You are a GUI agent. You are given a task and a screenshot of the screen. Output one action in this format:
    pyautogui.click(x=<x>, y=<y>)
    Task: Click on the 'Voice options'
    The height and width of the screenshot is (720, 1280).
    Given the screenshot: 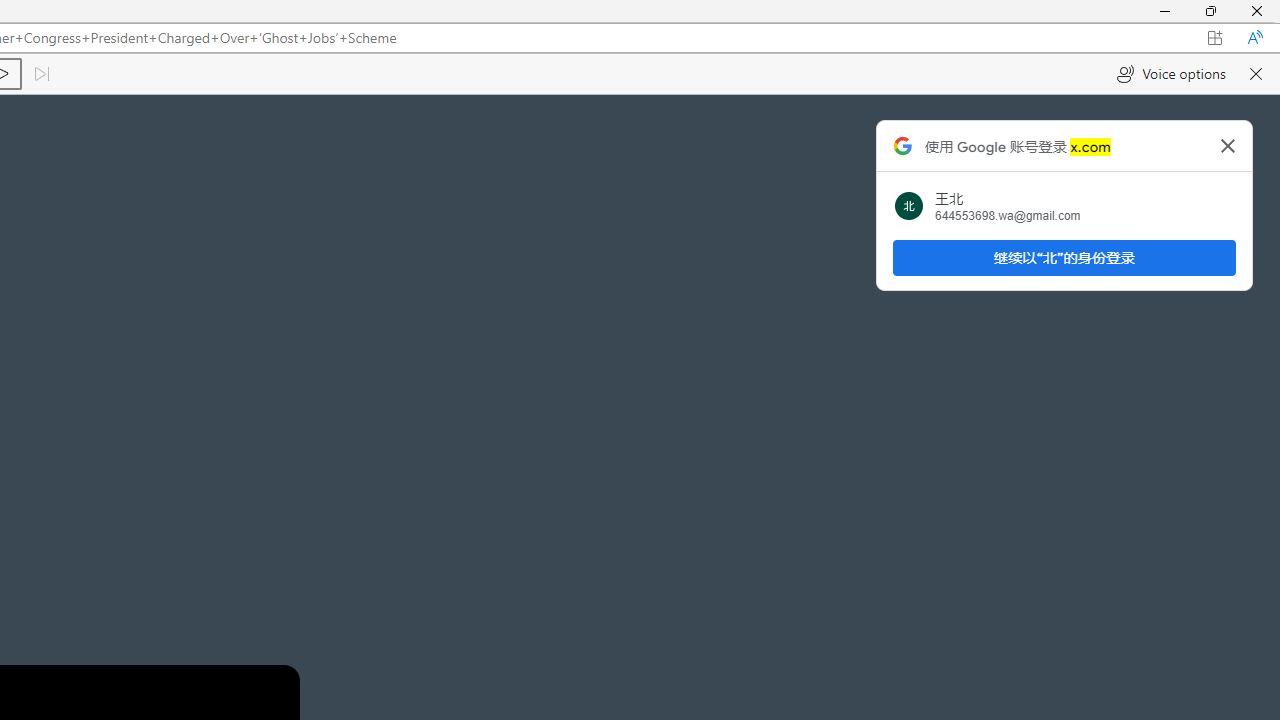 What is the action you would take?
    pyautogui.click(x=1171, y=73)
    